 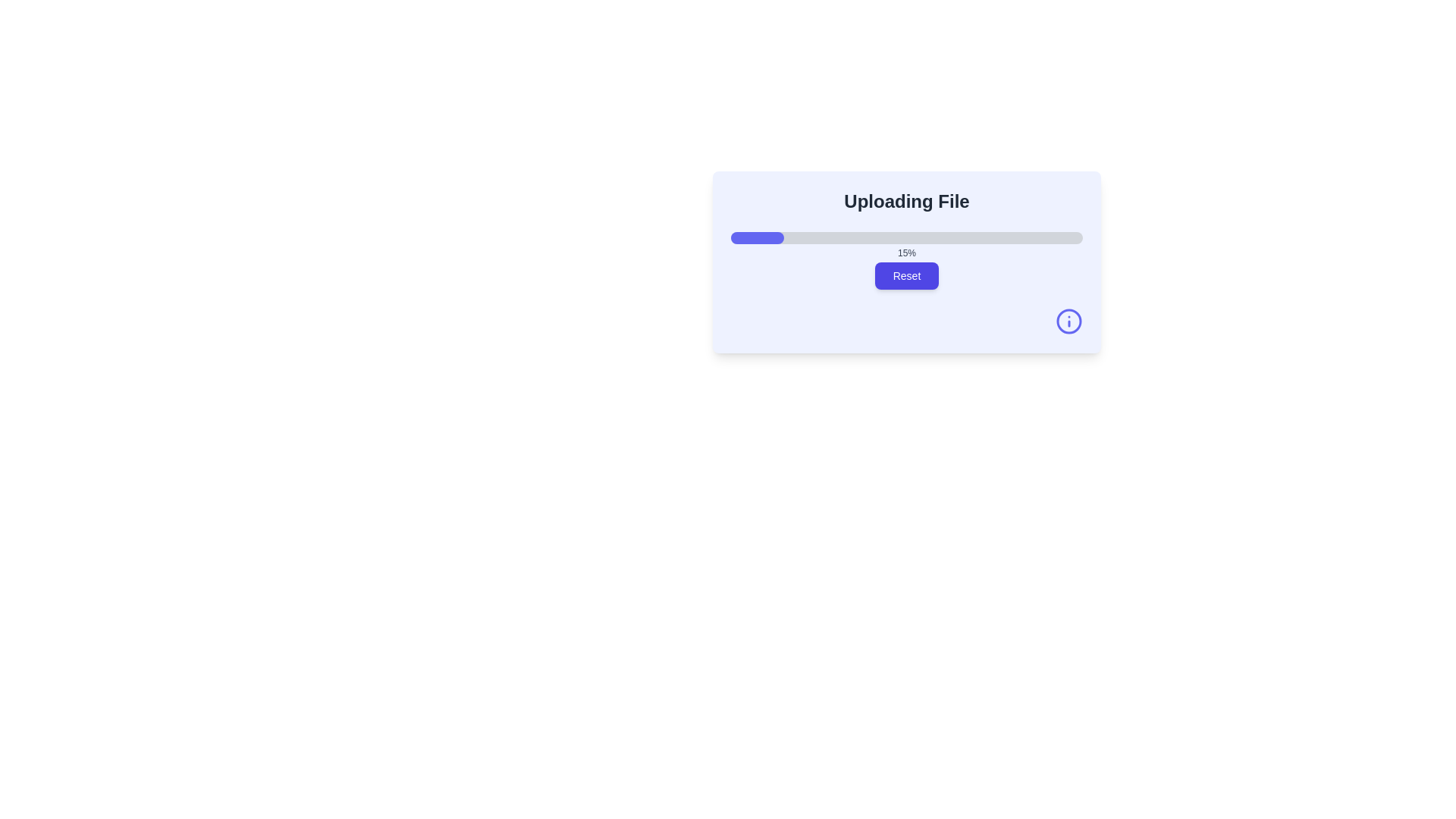 I want to click on the information icon located at the bottom-right corner of the card layout that contains an upload progress bar and a 'Reset' button, so click(x=1068, y=321).